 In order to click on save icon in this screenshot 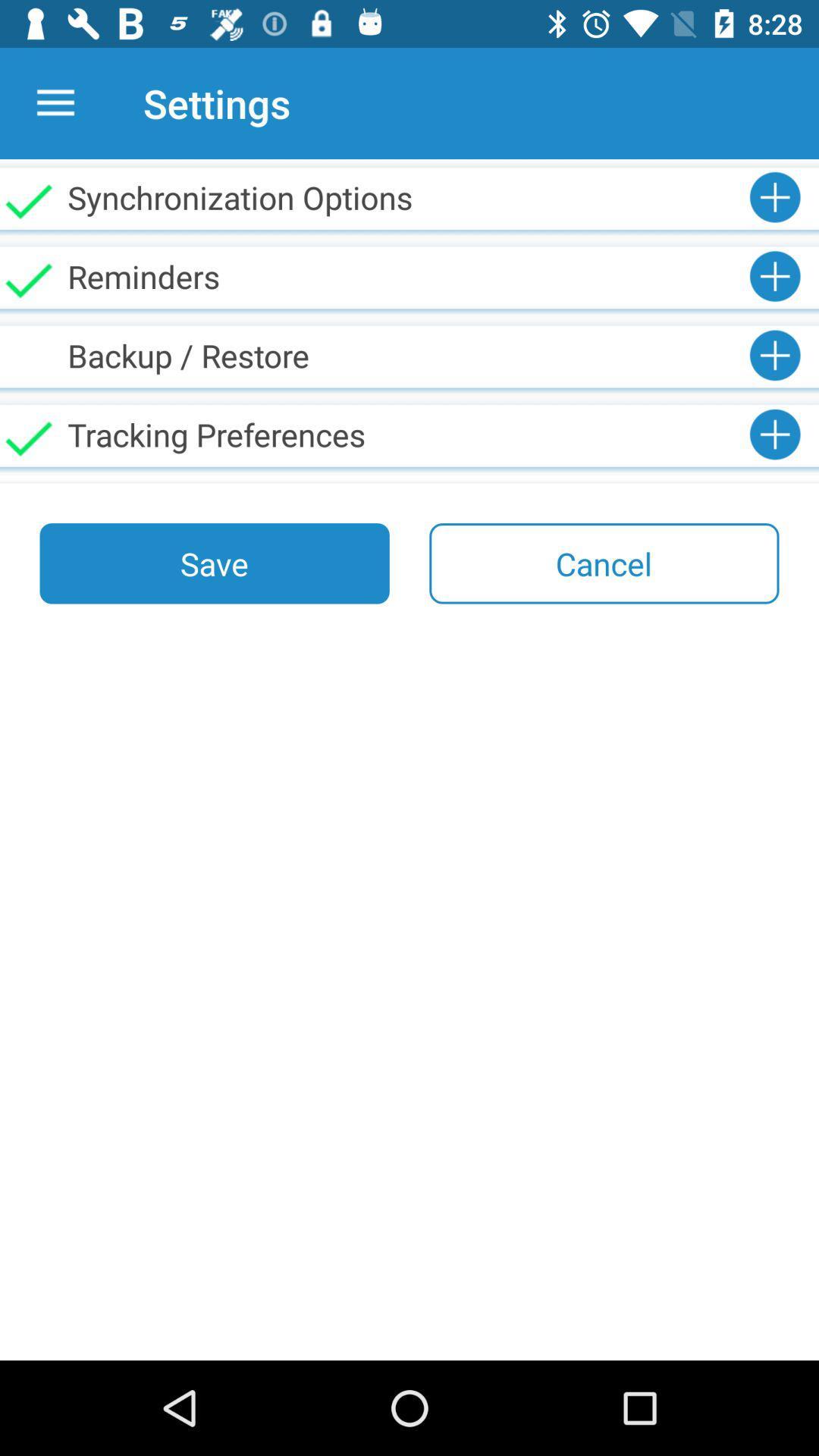, I will do `click(215, 563)`.